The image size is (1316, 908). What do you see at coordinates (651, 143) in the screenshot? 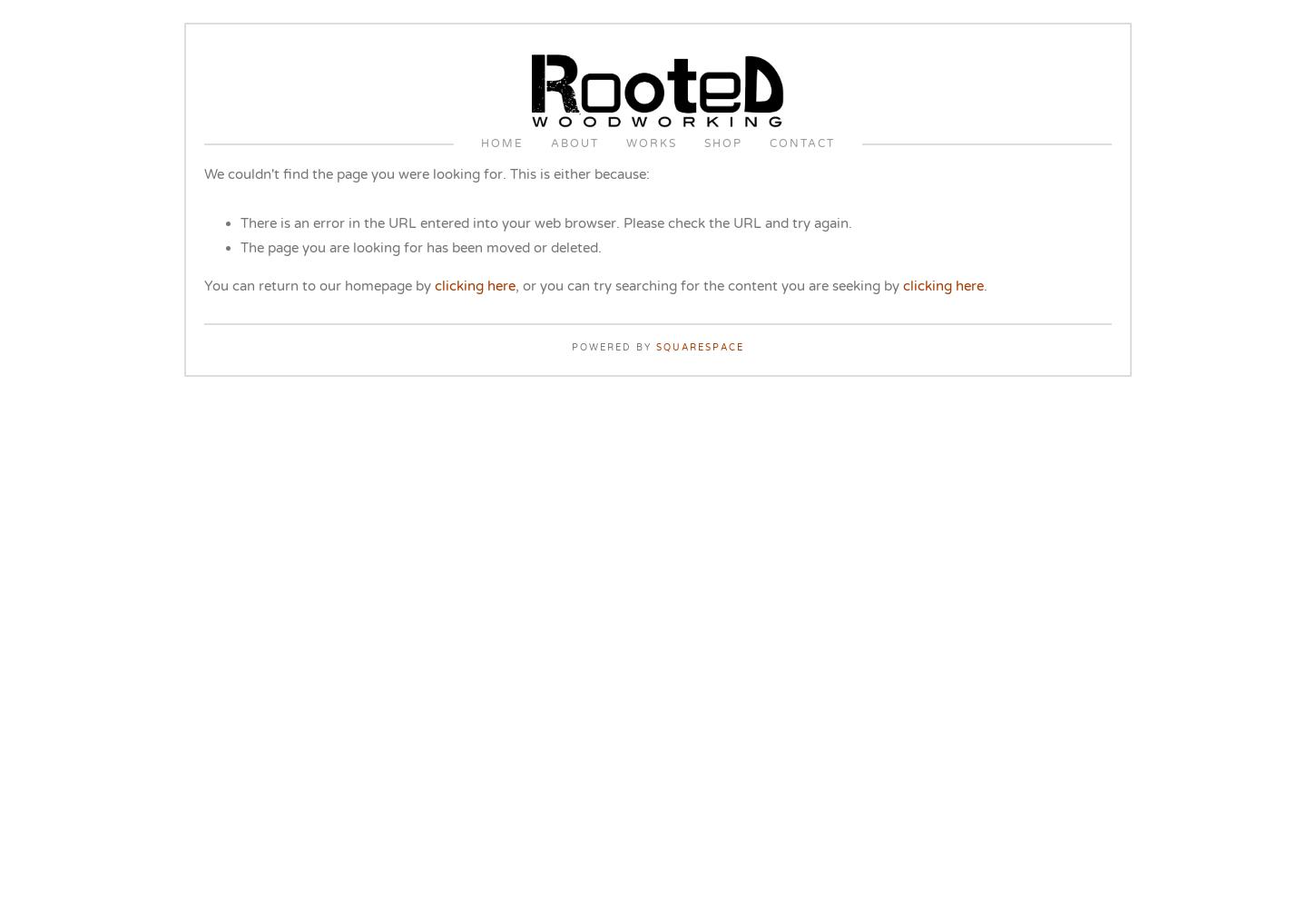
I see `'works'` at bounding box center [651, 143].